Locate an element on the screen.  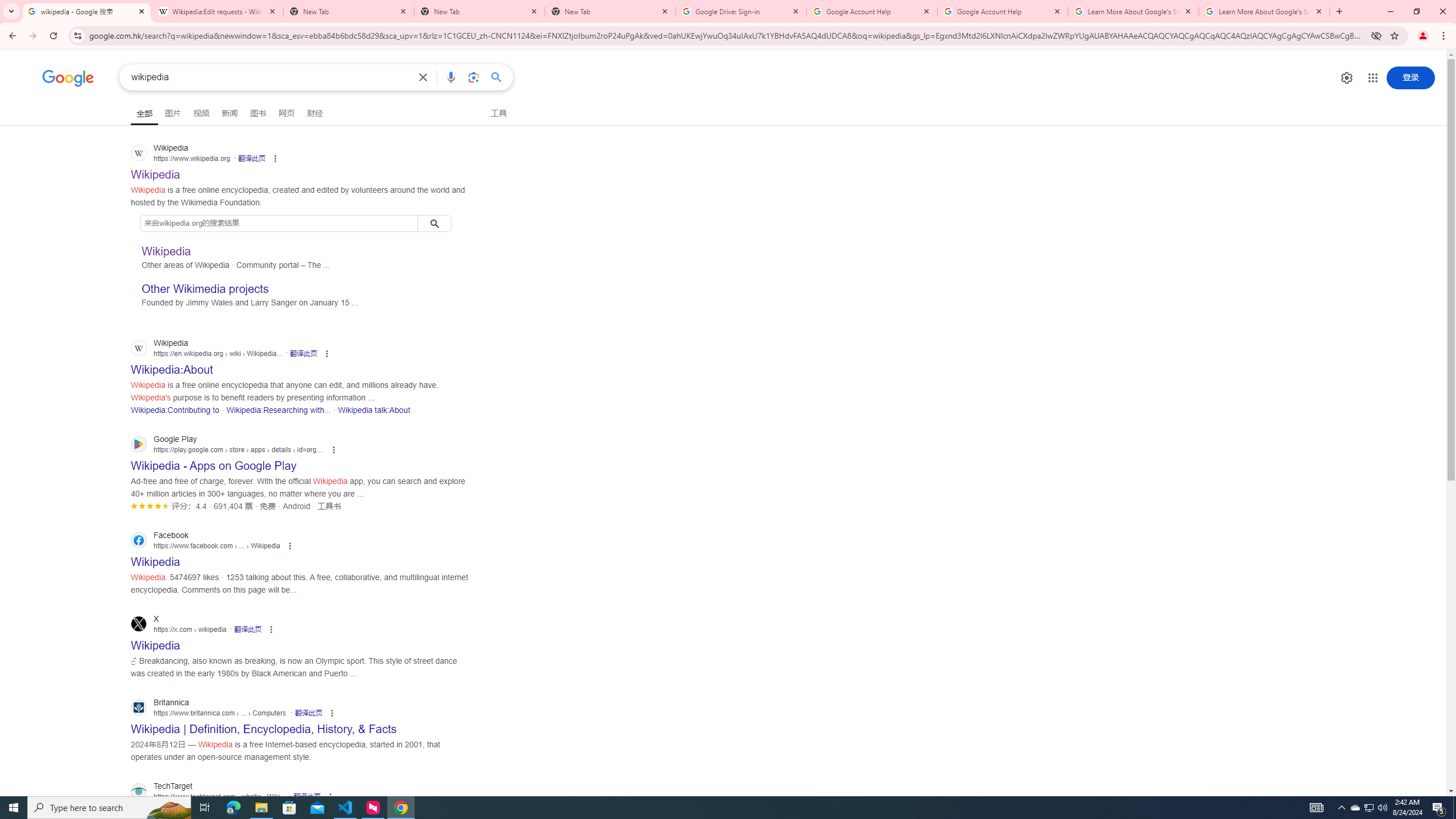
'Search tabs' is located at coordinates (11, 11).